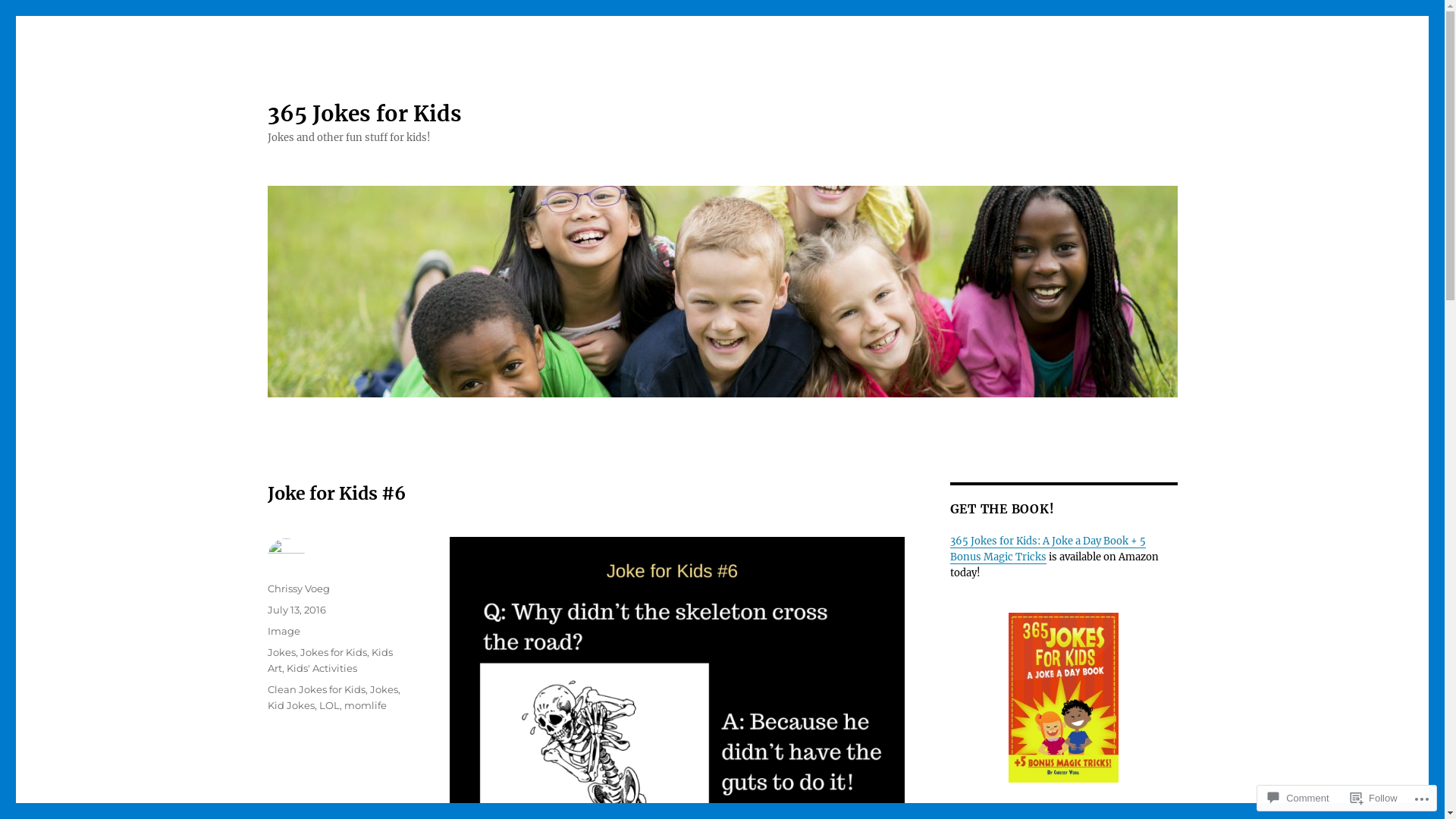 The image size is (1456, 819). I want to click on 'Kids Art', so click(328, 659).